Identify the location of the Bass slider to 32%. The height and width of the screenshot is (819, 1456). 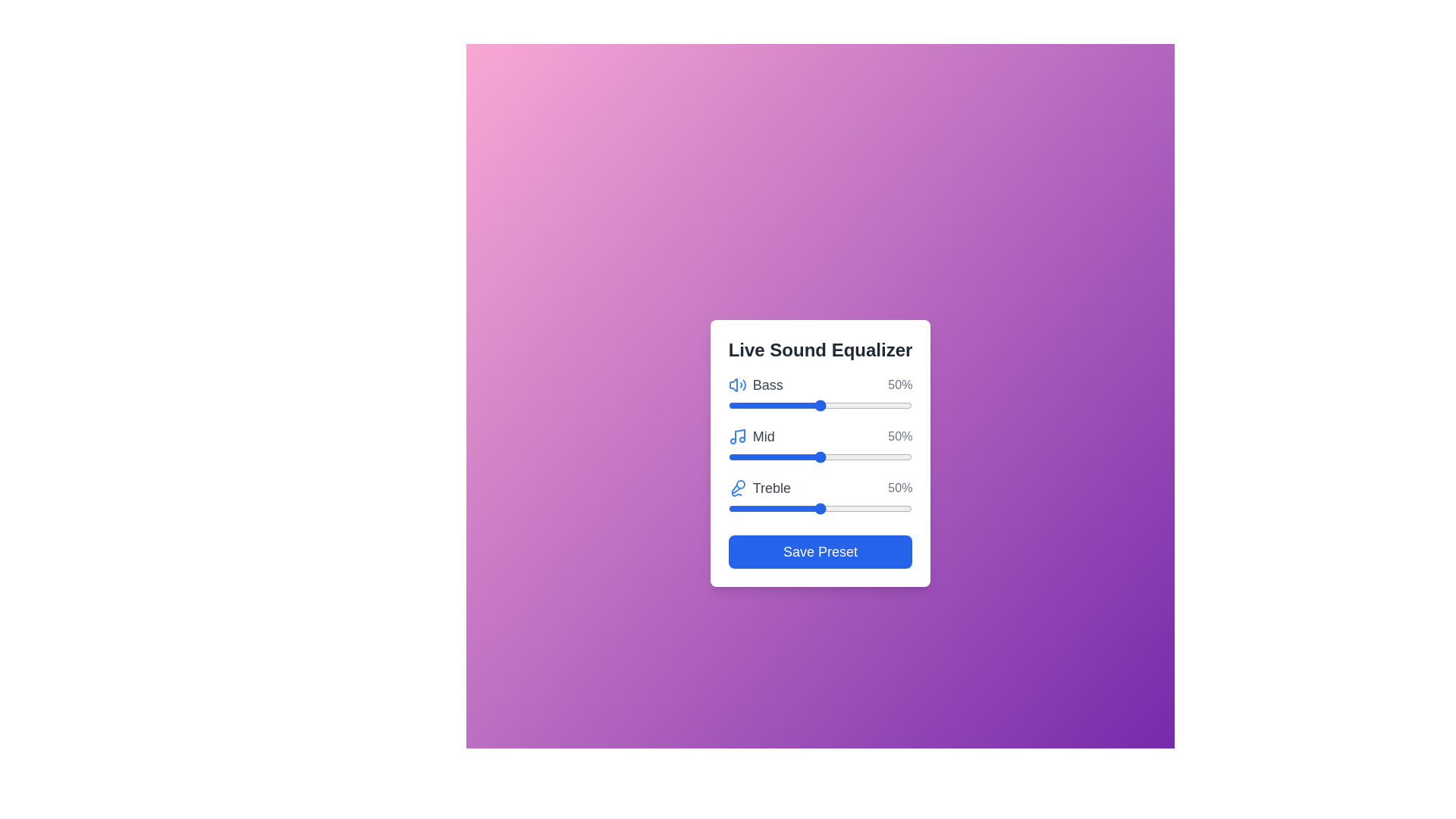
(787, 405).